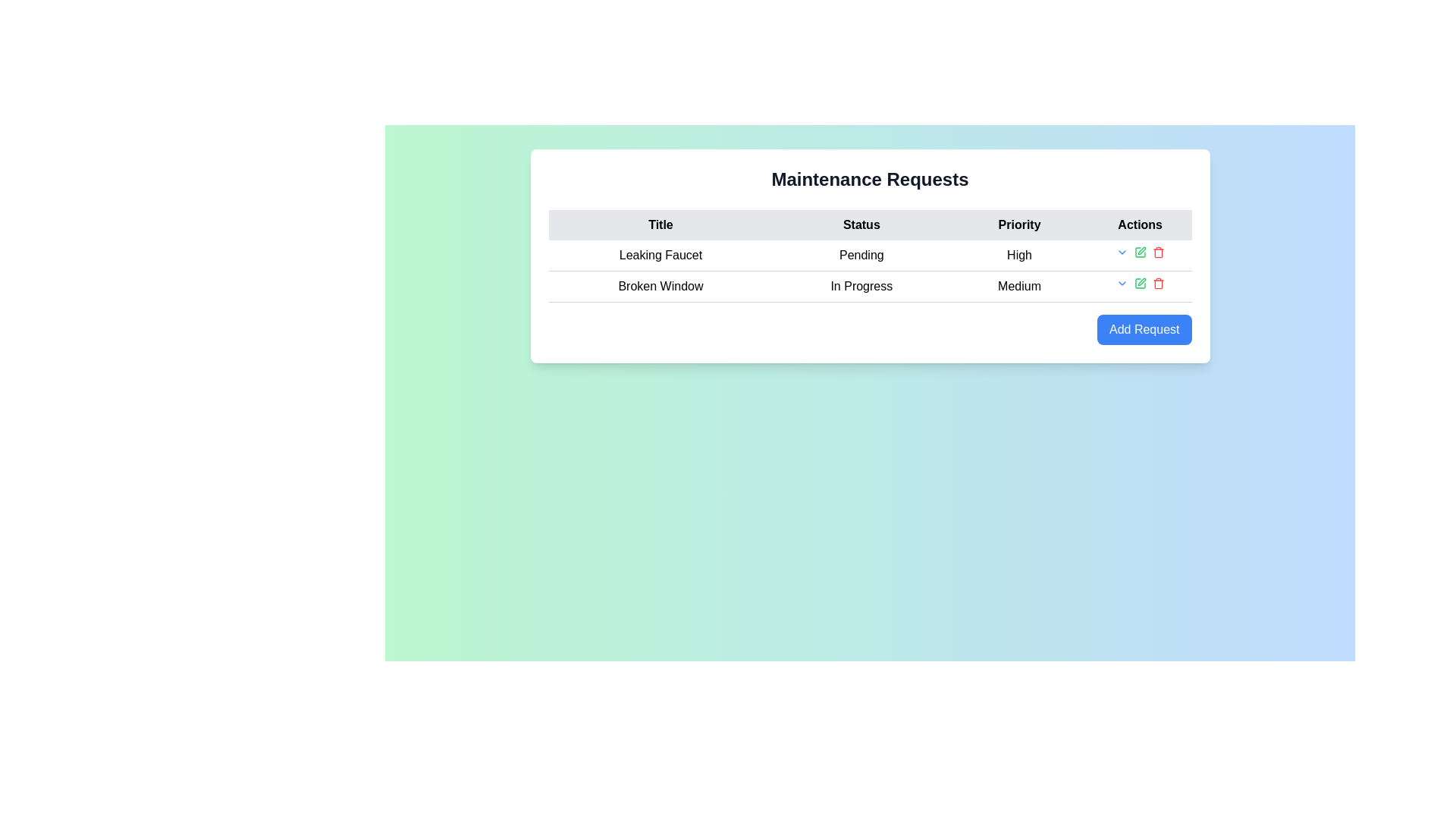 The image size is (1456, 819). Describe the element at coordinates (870, 287) in the screenshot. I see `the 'Status' column of the task information table row that displays 'Broken Window', which is the second row` at that location.